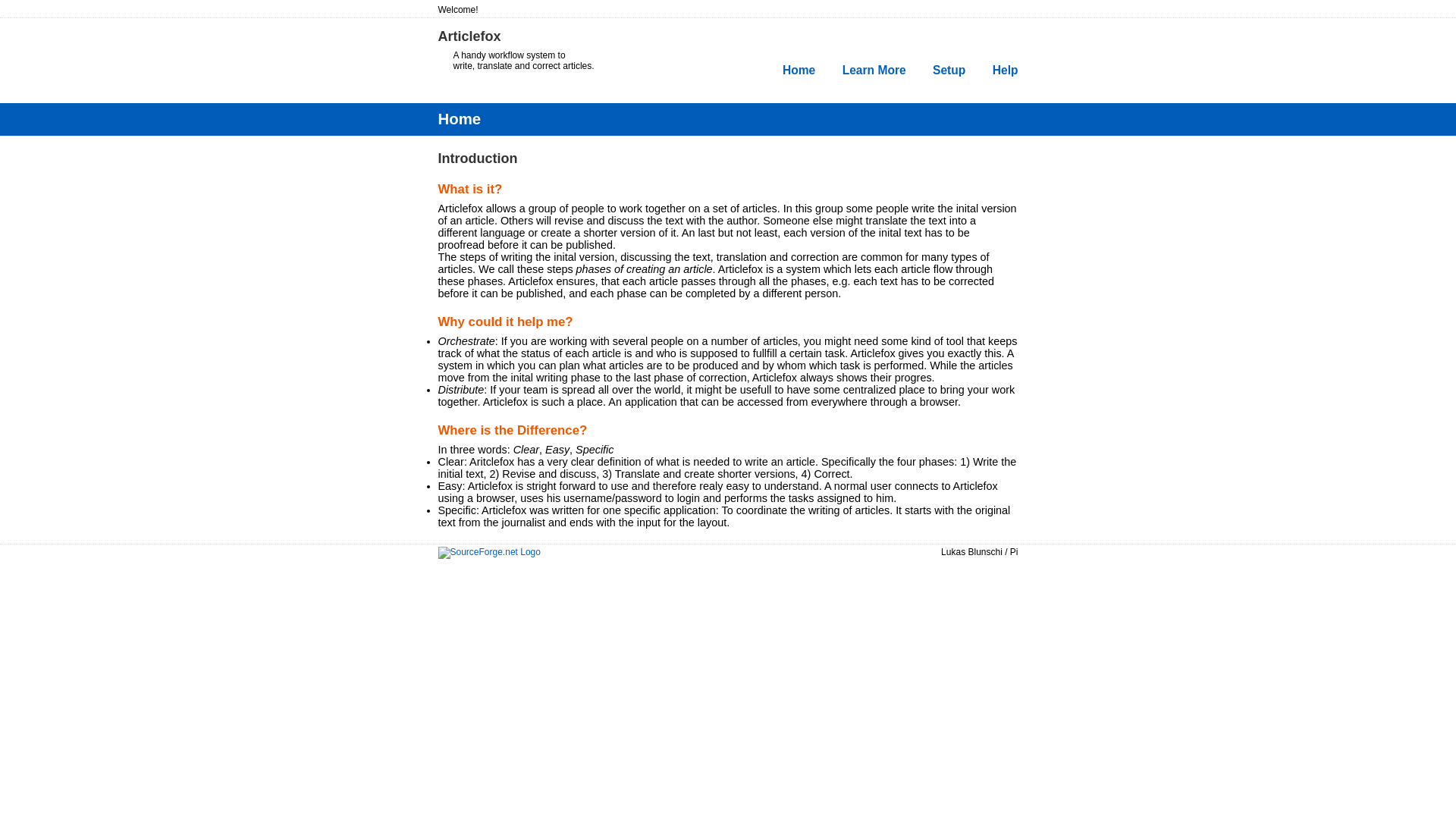 The width and height of the screenshot is (1456, 819). Describe the element at coordinates (948, 70) in the screenshot. I see `'Setup'` at that location.